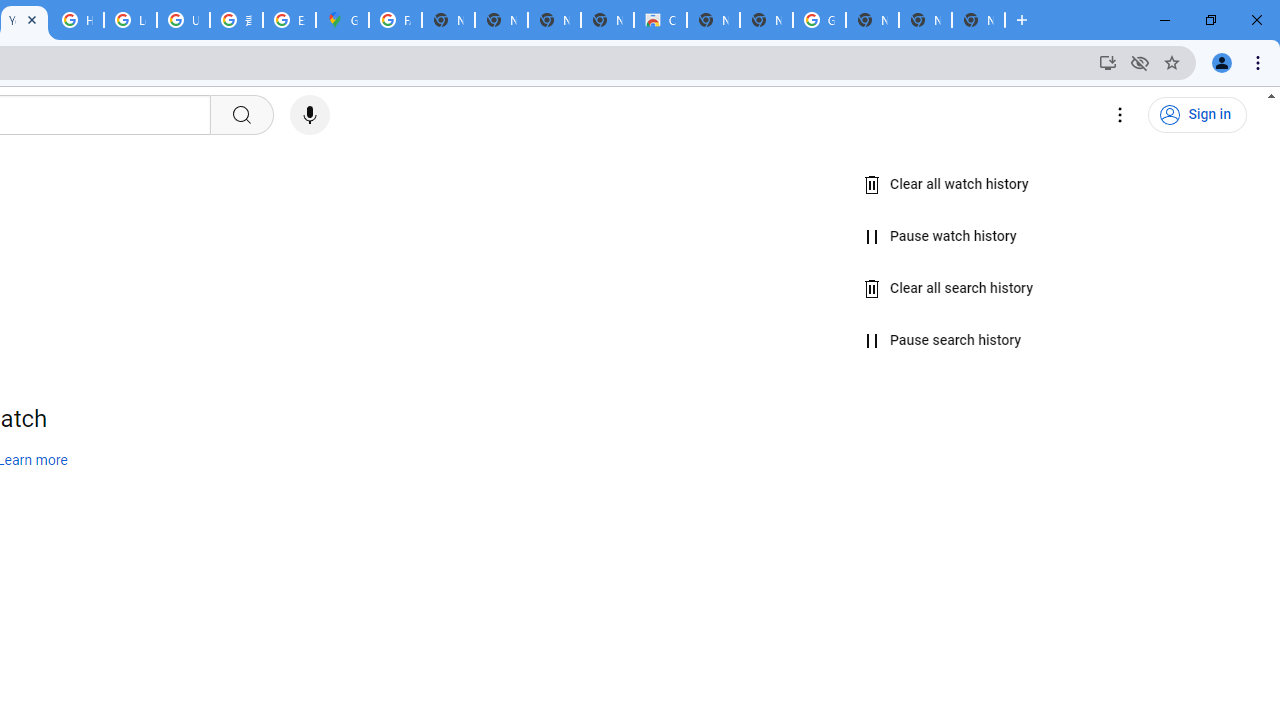 Image resolution: width=1280 pixels, height=720 pixels. I want to click on 'Install YouTube', so click(1106, 61).